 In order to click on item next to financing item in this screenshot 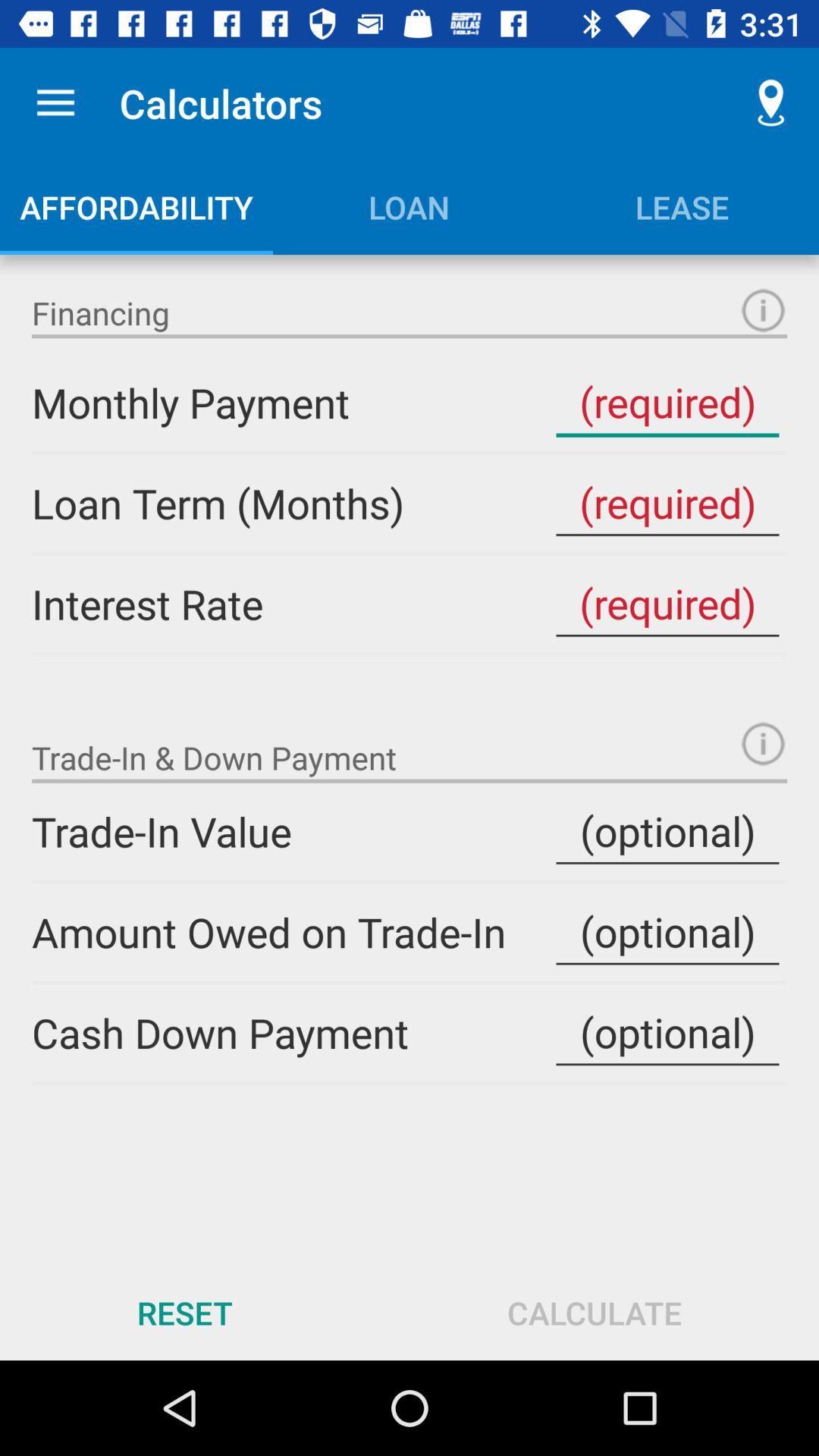, I will do `click(763, 309)`.